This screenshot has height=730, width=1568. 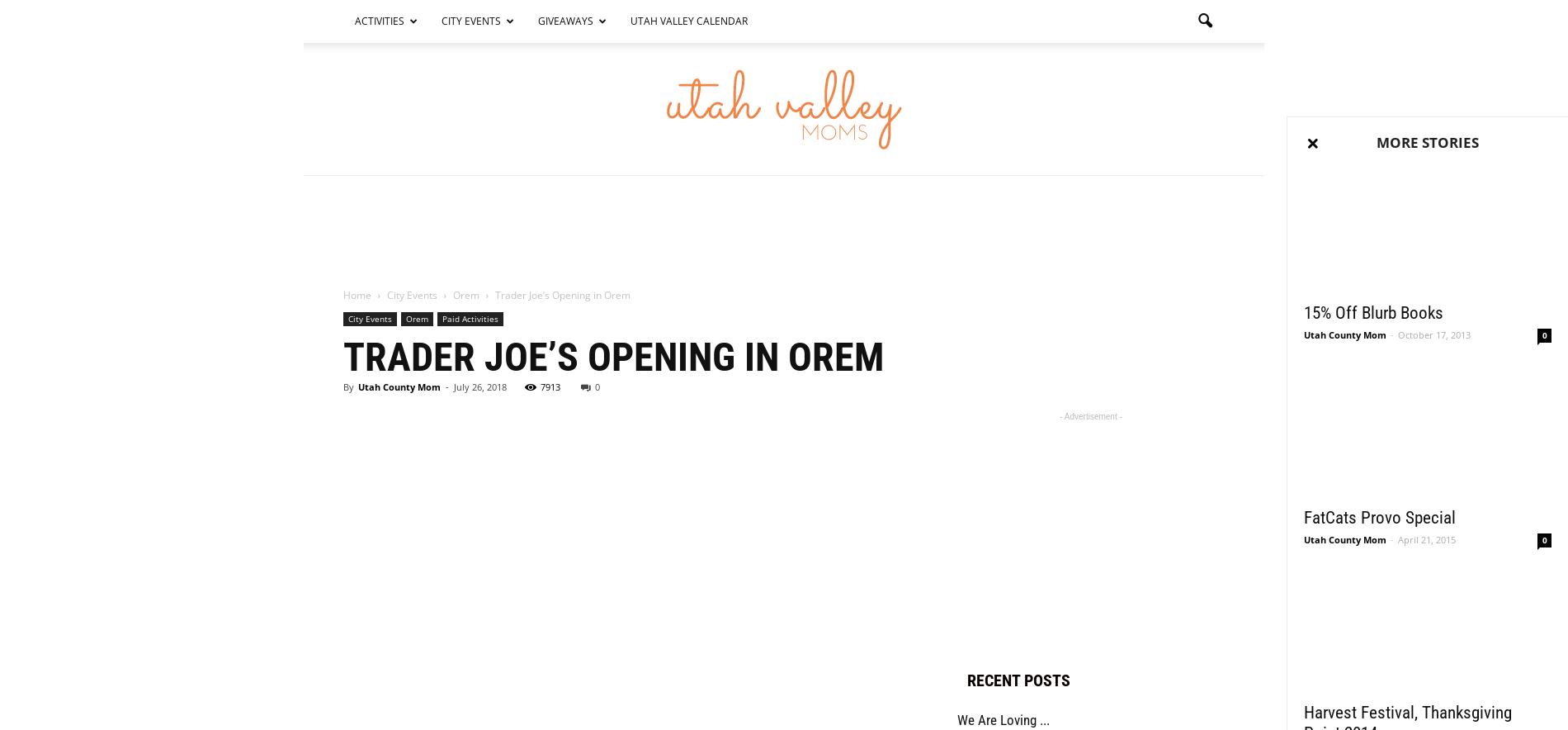 I want to click on 'Search', so click(x=784, y=66).